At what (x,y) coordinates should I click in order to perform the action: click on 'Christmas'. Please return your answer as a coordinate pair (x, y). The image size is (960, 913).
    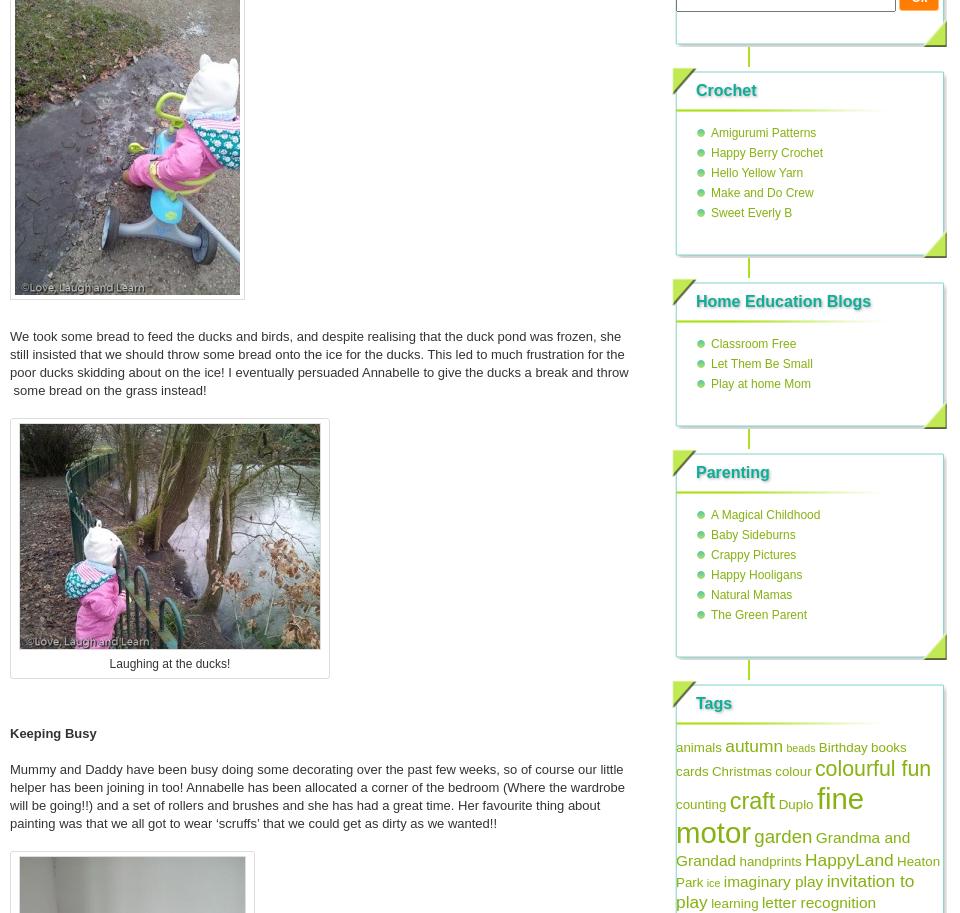
    Looking at the image, I should click on (710, 771).